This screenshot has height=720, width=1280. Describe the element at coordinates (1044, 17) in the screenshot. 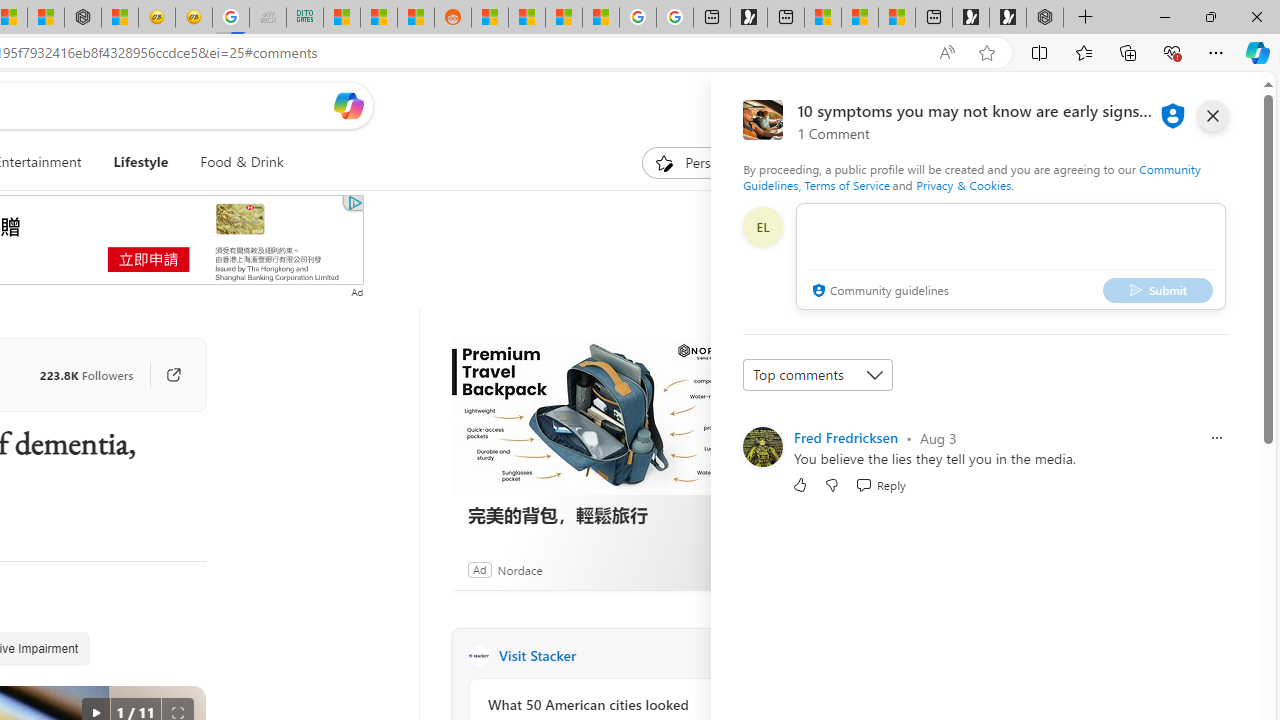

I see `'Nordace - Nordace Siena Is Not An Ordinary Backpack'` at that location.